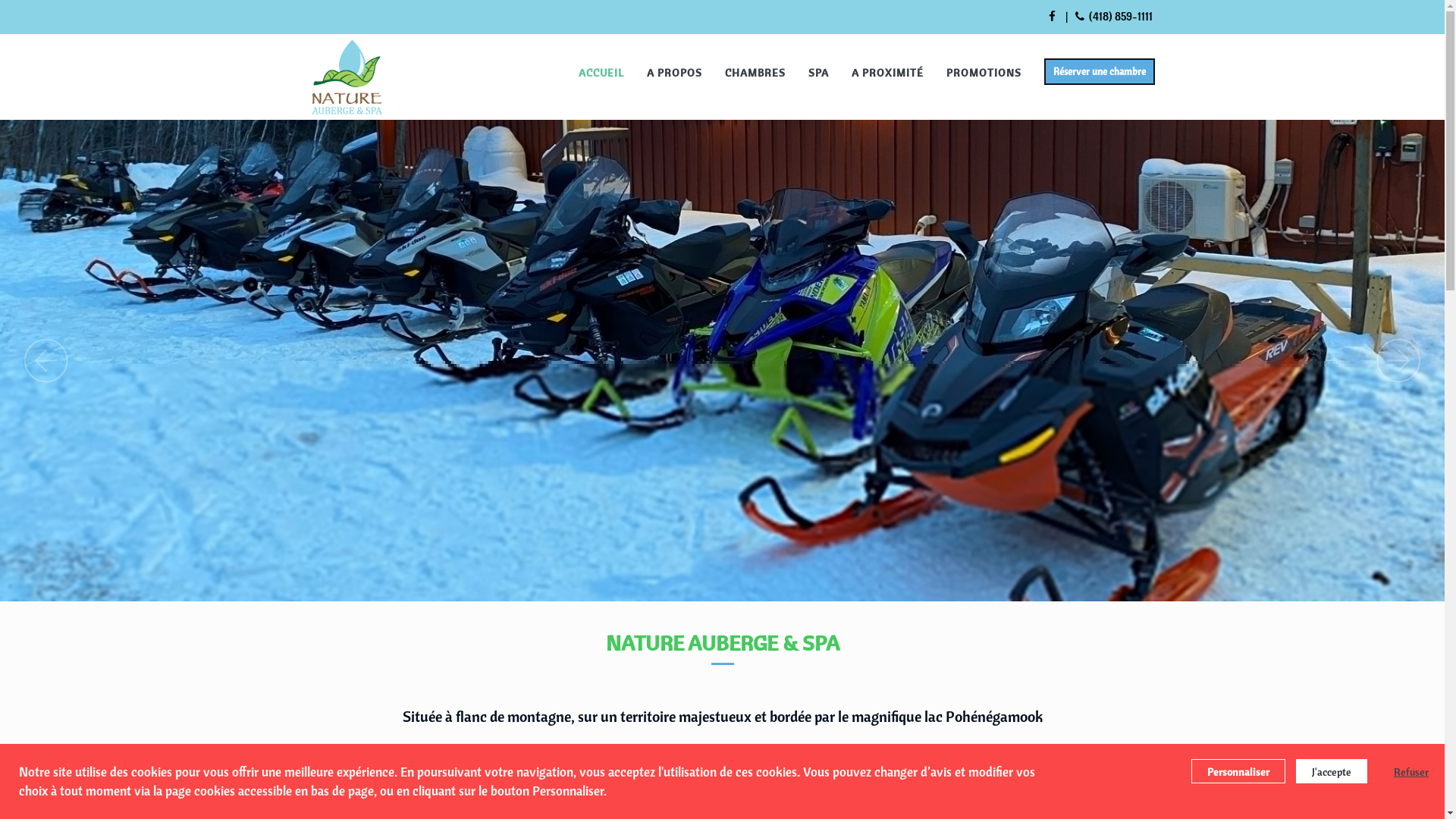  I want to click on 'Personnaliser', so click(1238, 771).